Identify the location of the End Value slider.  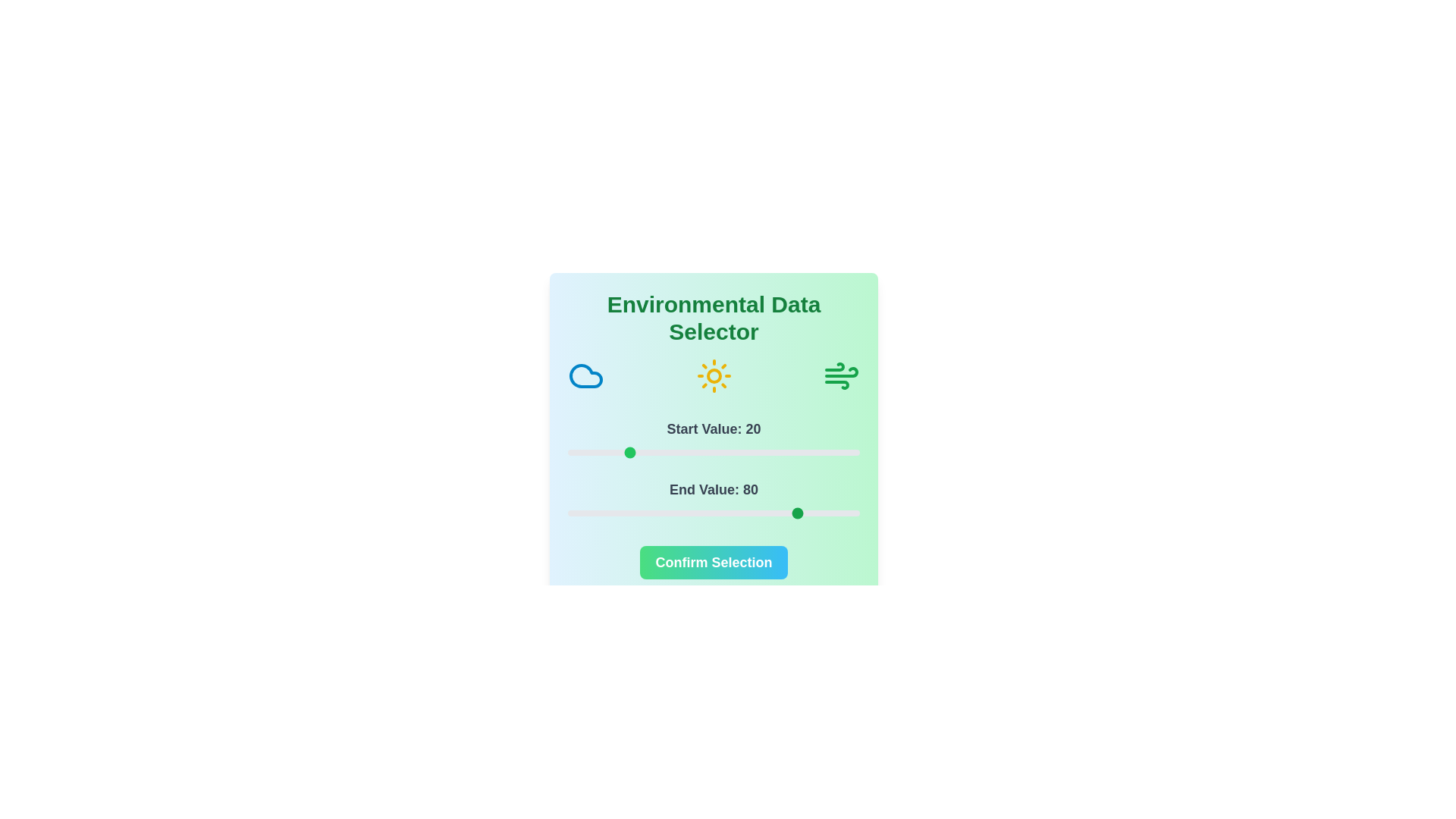
(839, 513).